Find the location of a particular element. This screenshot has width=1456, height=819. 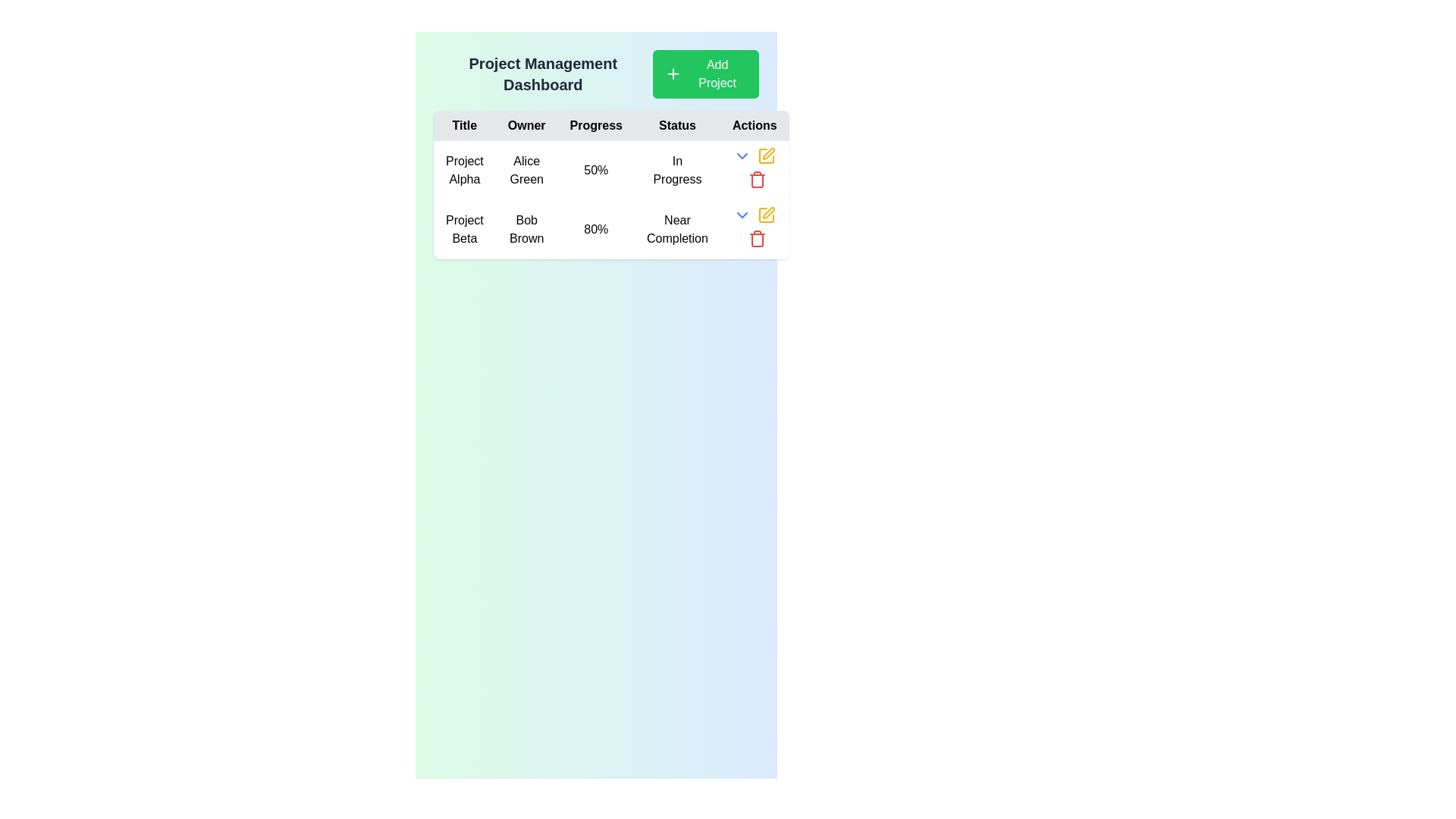

the Text element displaying the project owner's name 'Bob Brown' within the table cell in the second row and second column under the 'Owner' title is located at coordinates (526, 230).